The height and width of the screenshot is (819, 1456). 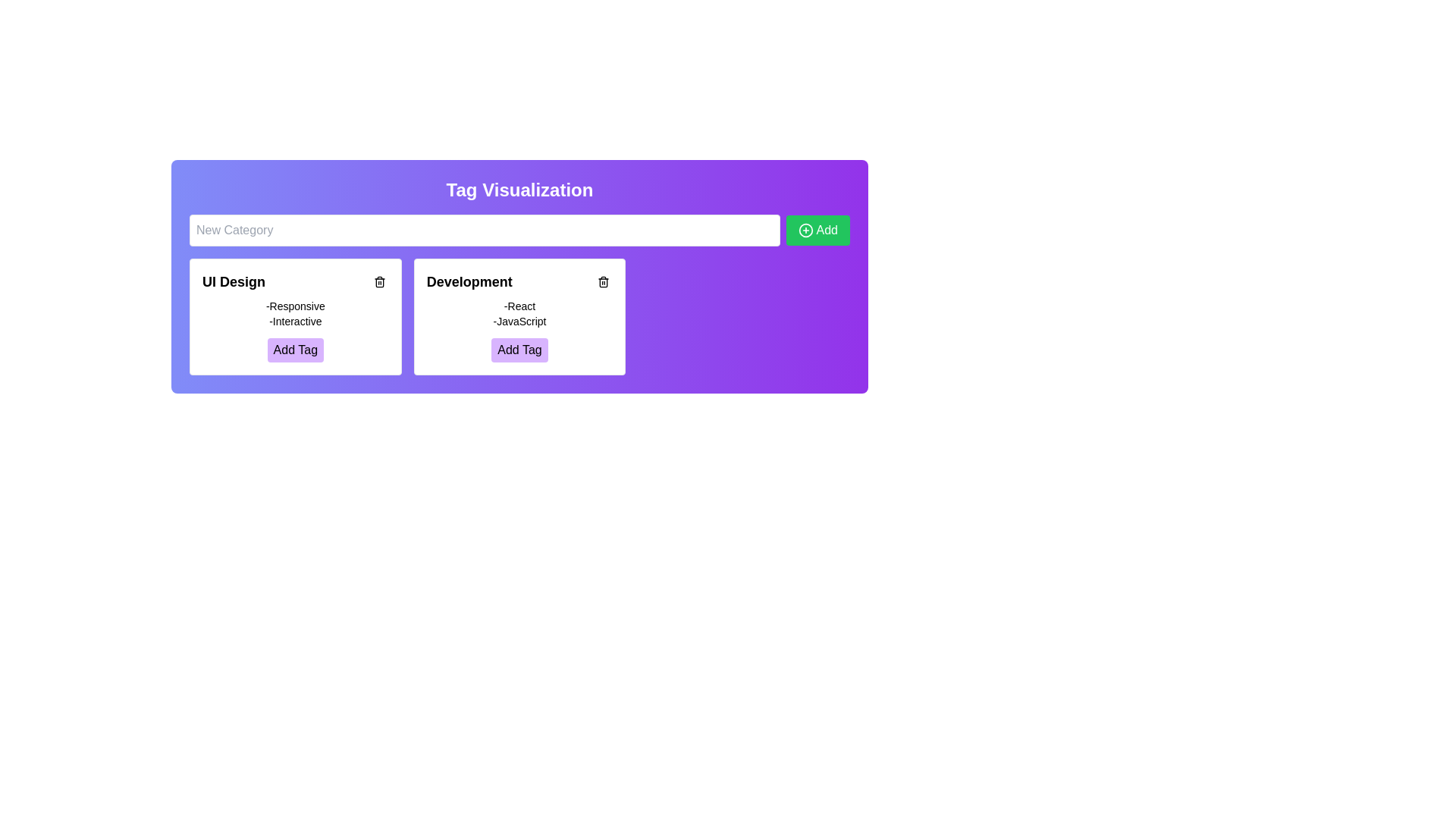 What do you see at coordinates (519, 321) in the screenshot?
I see `the text label that describes a tag associated with the 'Development' category, located below the text '-React'` at bounding box center [519, 321].